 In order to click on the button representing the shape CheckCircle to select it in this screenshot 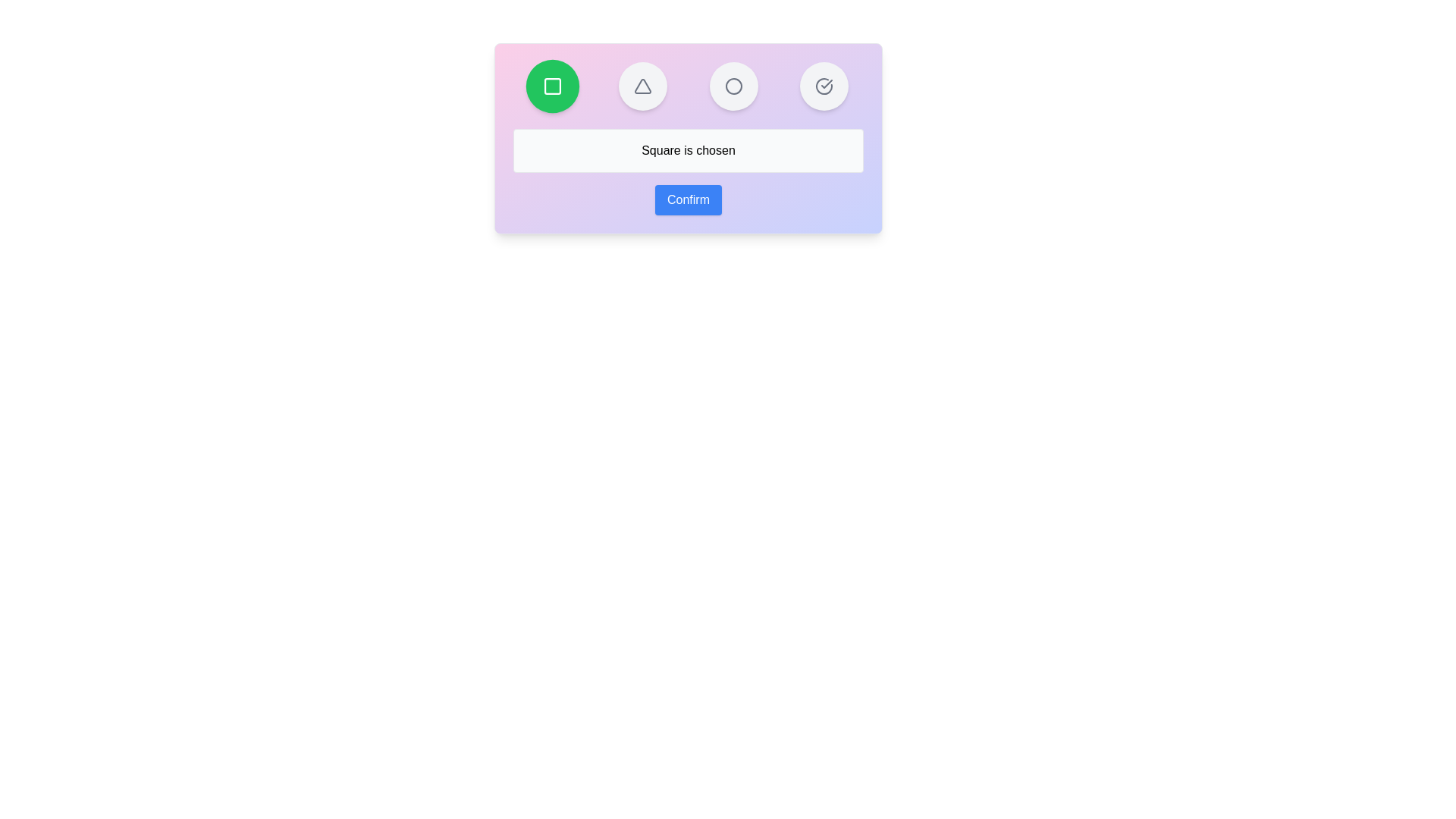, I will do `click(824, 86)`.